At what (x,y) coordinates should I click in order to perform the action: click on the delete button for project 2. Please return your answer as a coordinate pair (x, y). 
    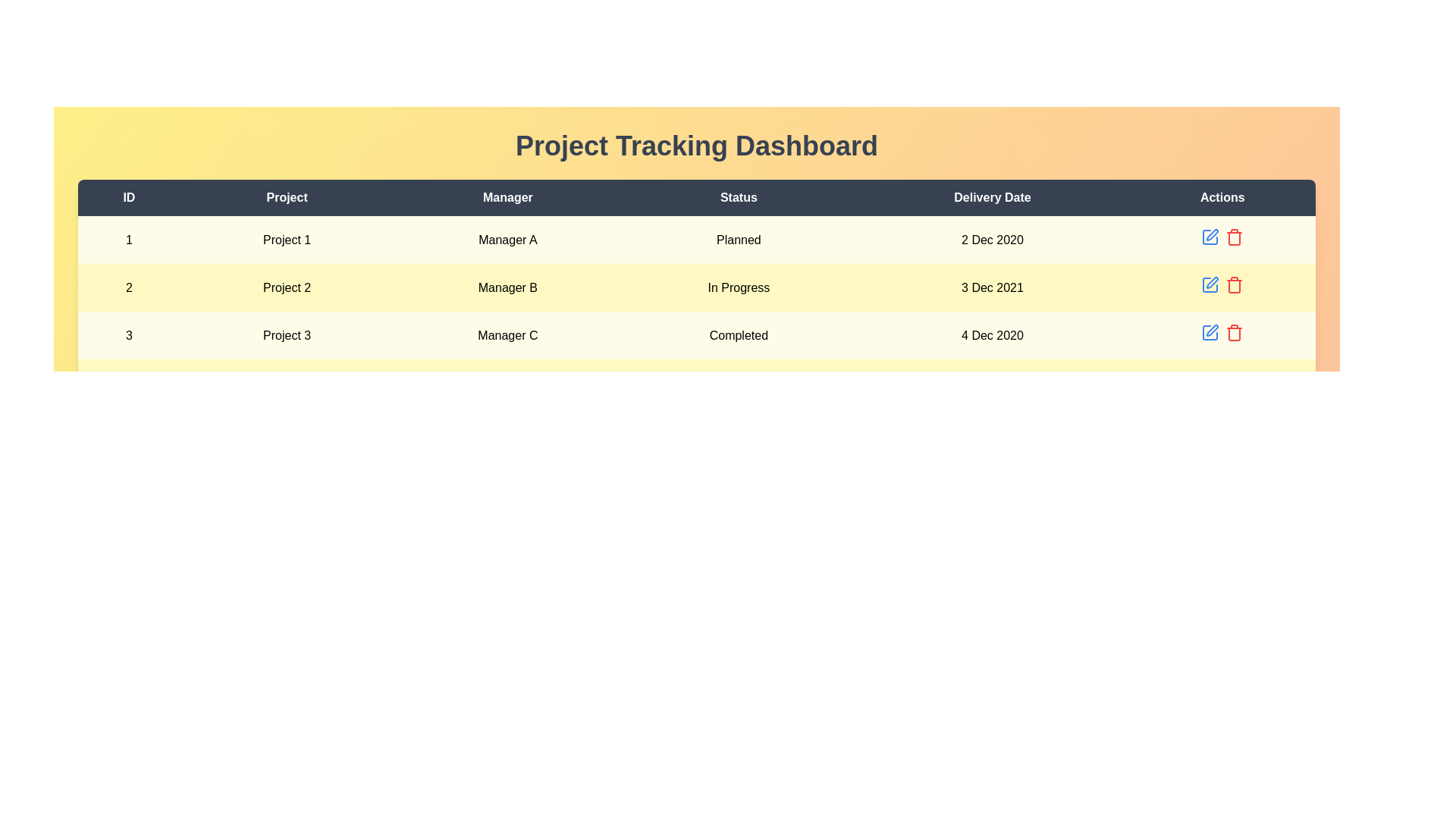
    Looking at the image, I should click on (1234, 284).